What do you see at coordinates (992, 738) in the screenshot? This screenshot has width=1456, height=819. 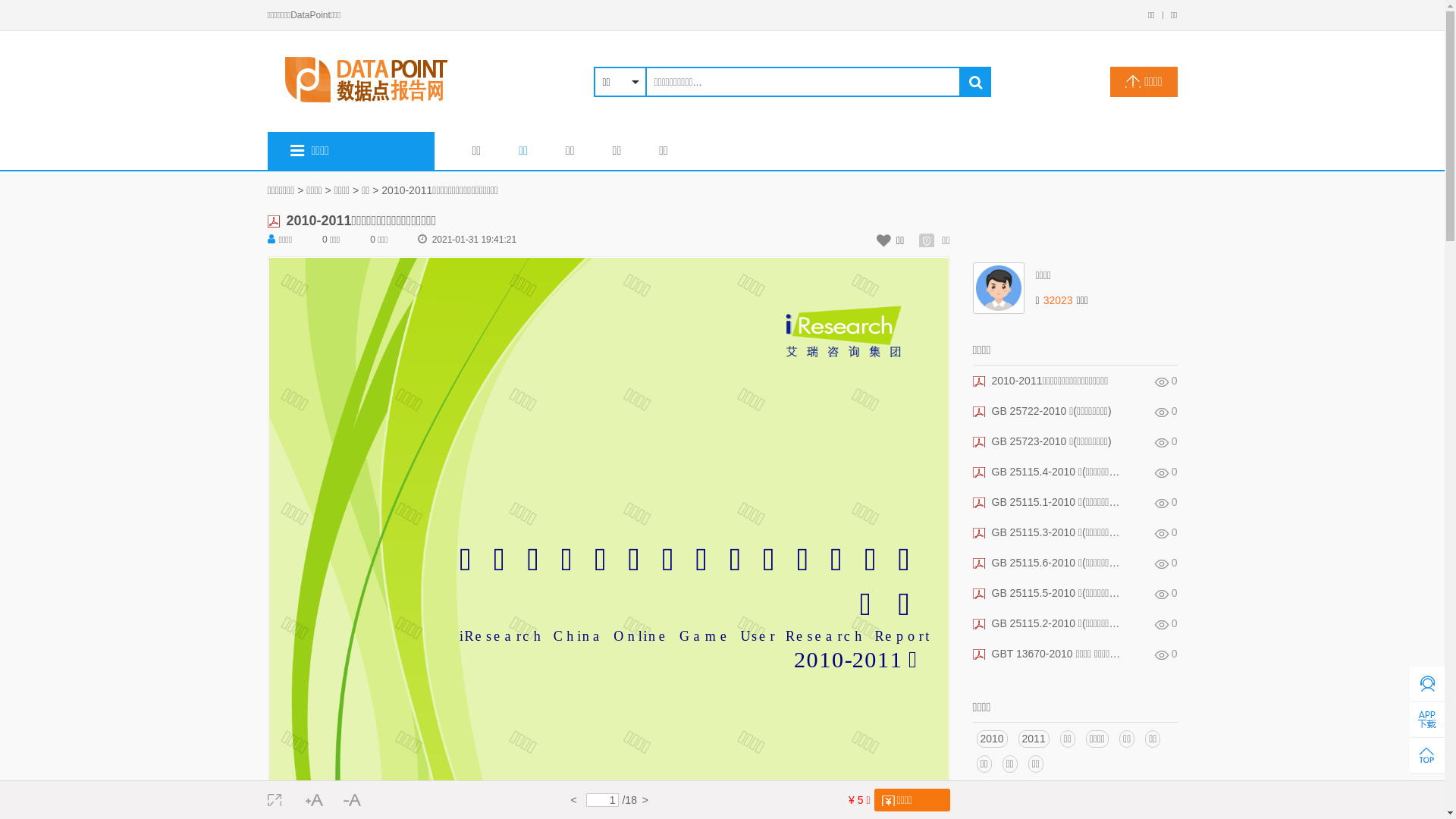 I see `'2010'` at bounding box center [992, 738].